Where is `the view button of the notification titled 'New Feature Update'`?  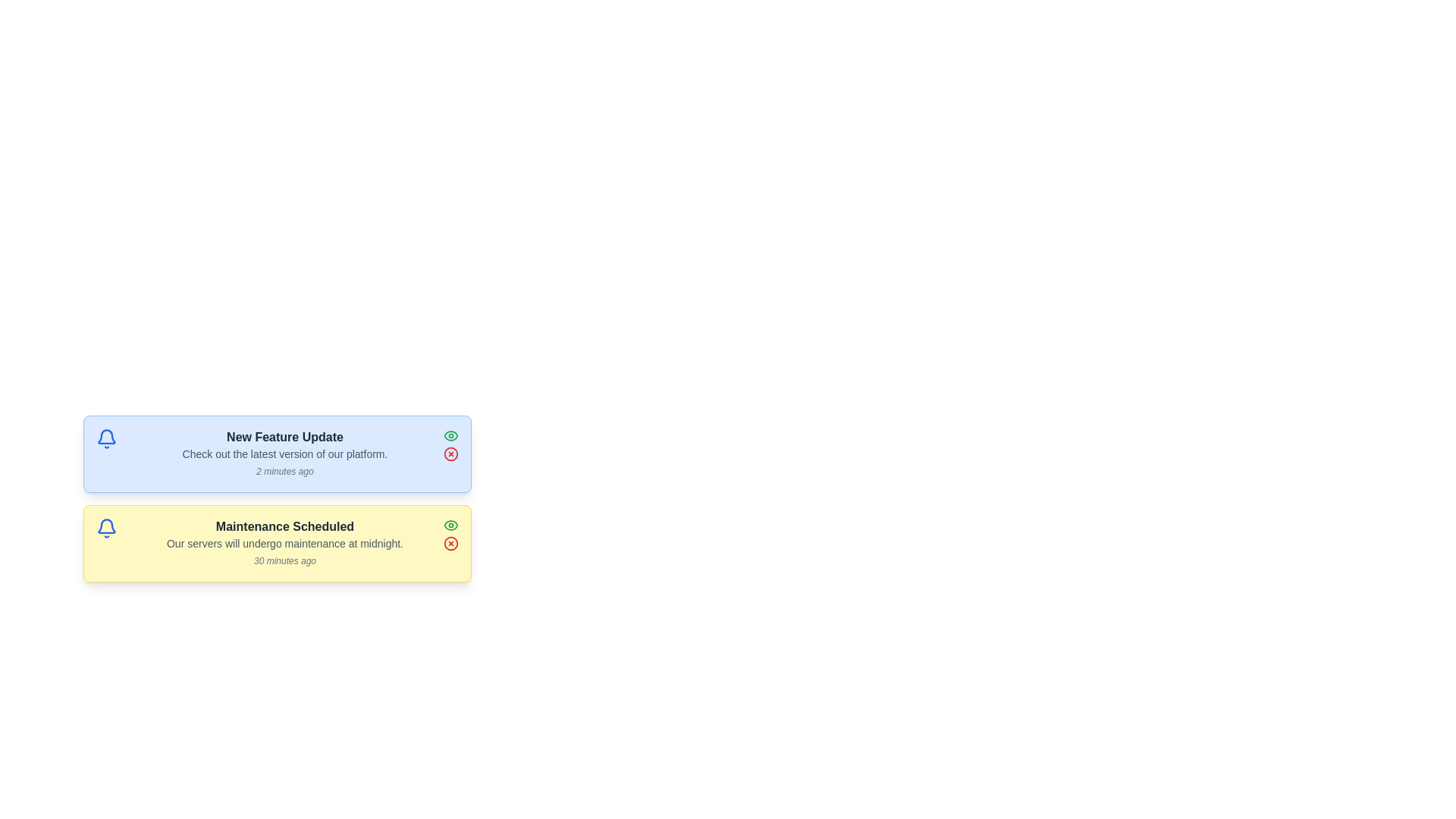
the view button of the notification titled 'New Feature Update' is located at coordinates (450, 435).